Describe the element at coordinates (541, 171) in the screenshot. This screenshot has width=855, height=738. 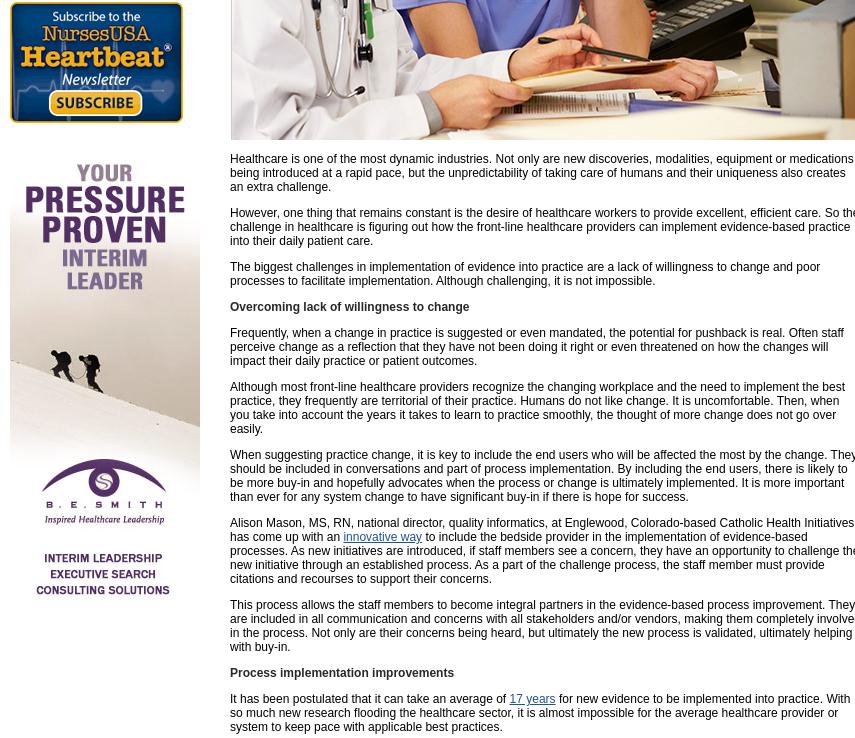
I see `'Healthcare is one of the most dynamic industries. Not only are new discoveries, modalities, equipment or medications being introduced at a rapid pace, but the unpredictability of taking care of humans and their uniqueness also creates an extra challenge.'` at that location.